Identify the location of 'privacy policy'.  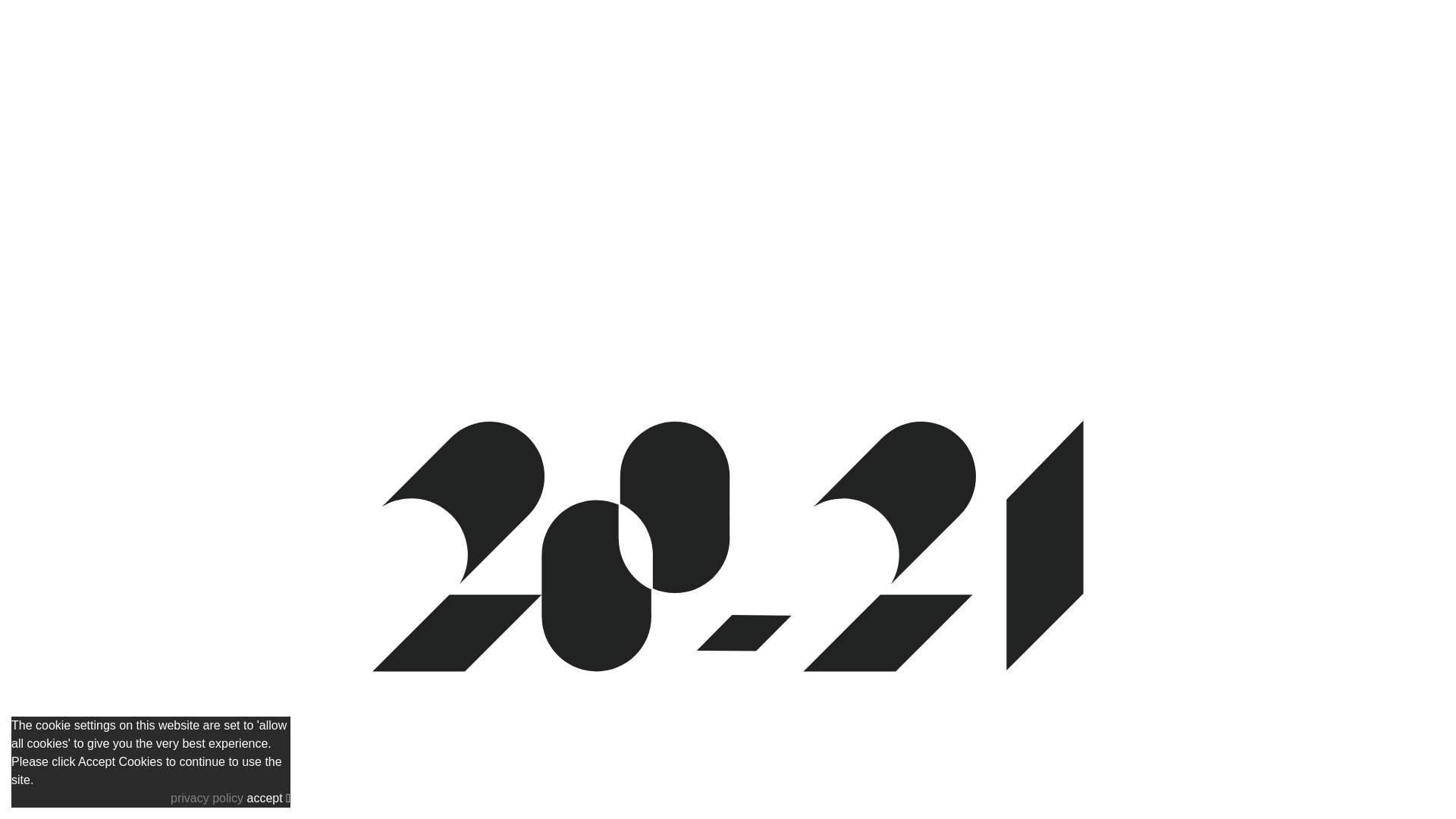
(207, 797).